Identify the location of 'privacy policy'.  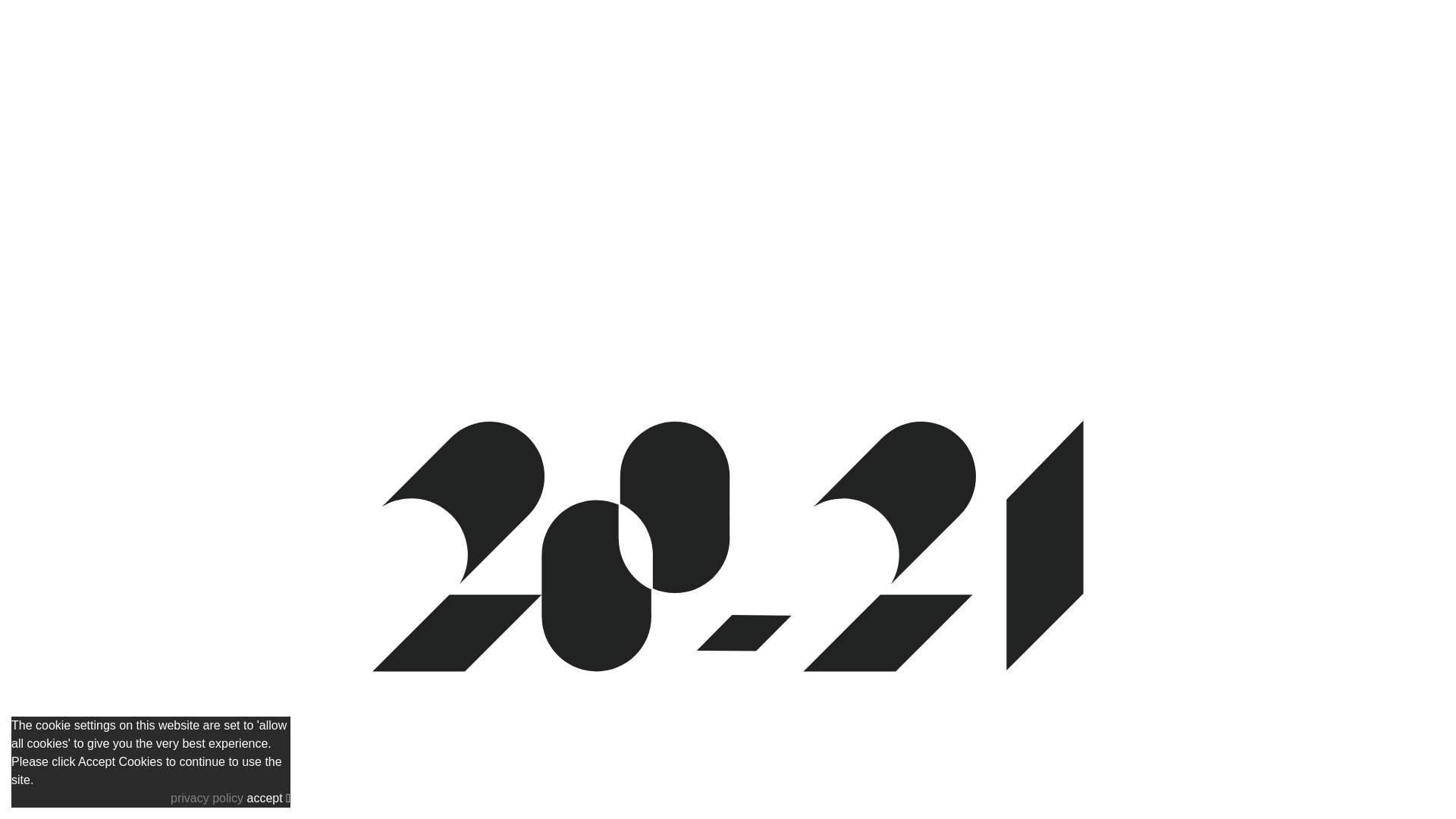
(207, 797).